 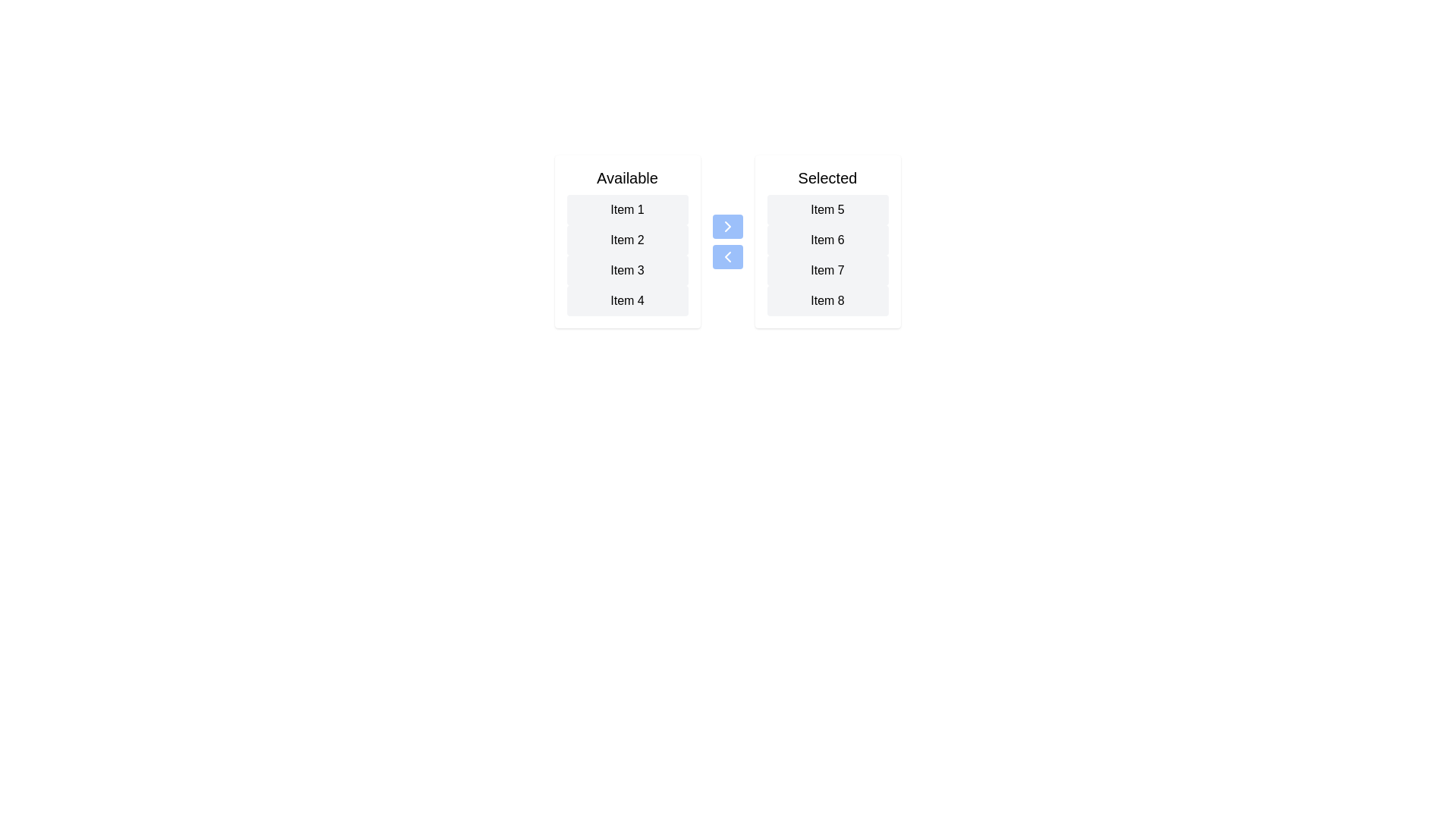 I want to click on the fourth item in the selectable list under the 'Available' section, which is styled to appear selectable but is currently not interactive, so click(x=627, y=301).